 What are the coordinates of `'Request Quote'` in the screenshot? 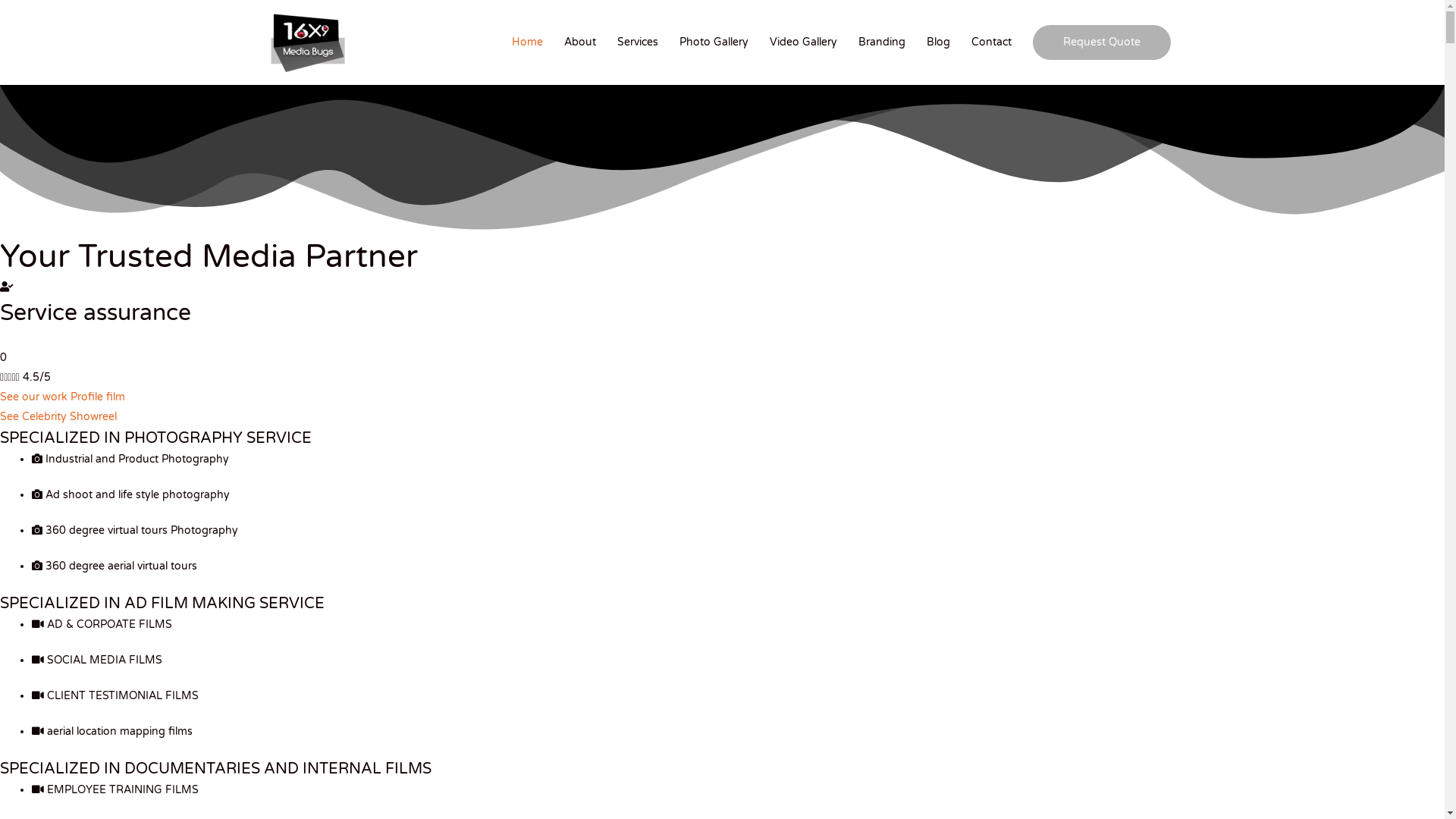 It's located at (1102, 42).